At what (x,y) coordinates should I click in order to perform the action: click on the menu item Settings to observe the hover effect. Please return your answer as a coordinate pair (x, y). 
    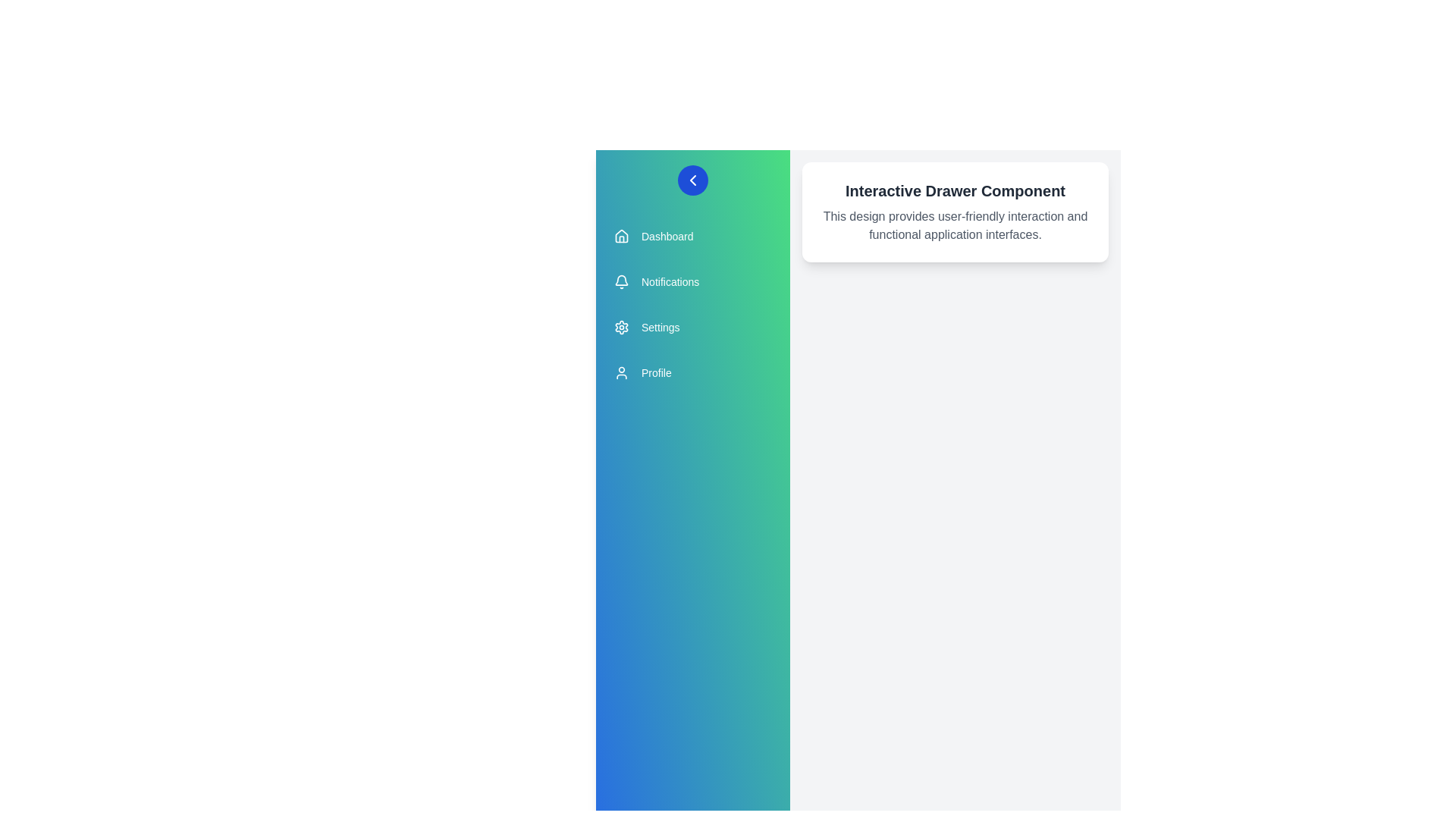
    Looking at the image, I should click on (692, 327).